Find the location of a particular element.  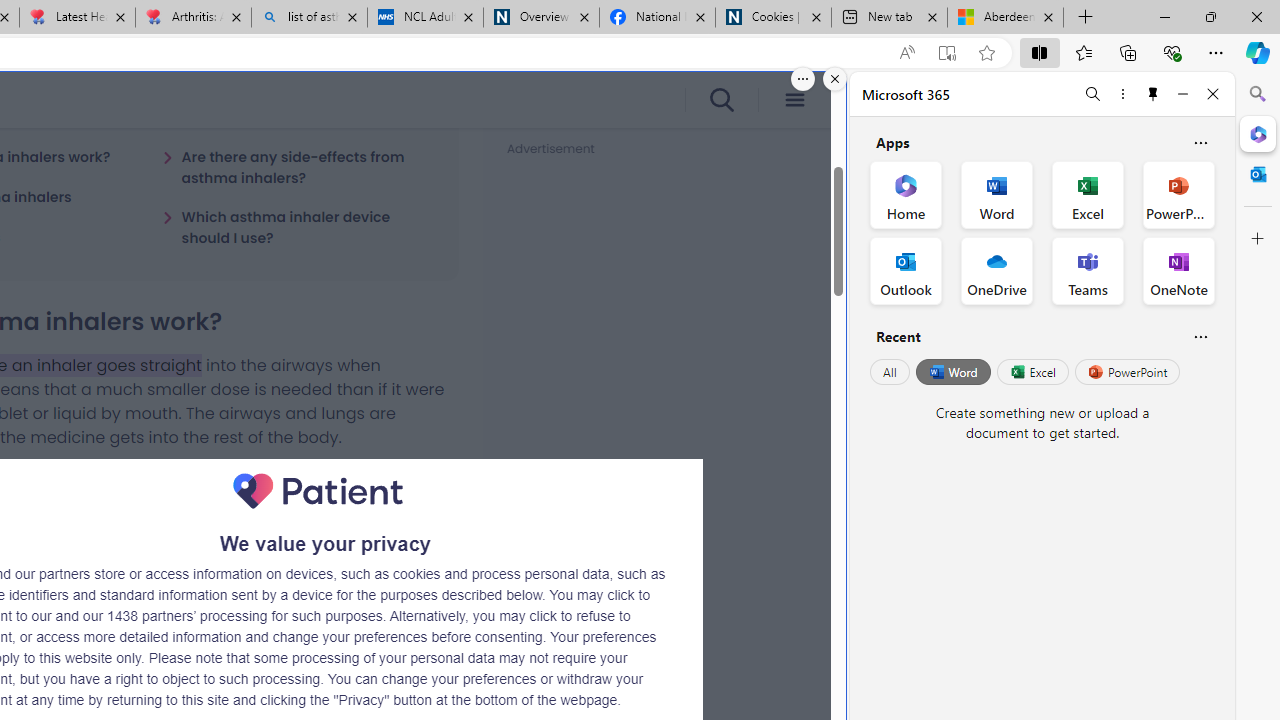

'Arthritis: Ask Health Professionals' is located at coordinates (193, 17).